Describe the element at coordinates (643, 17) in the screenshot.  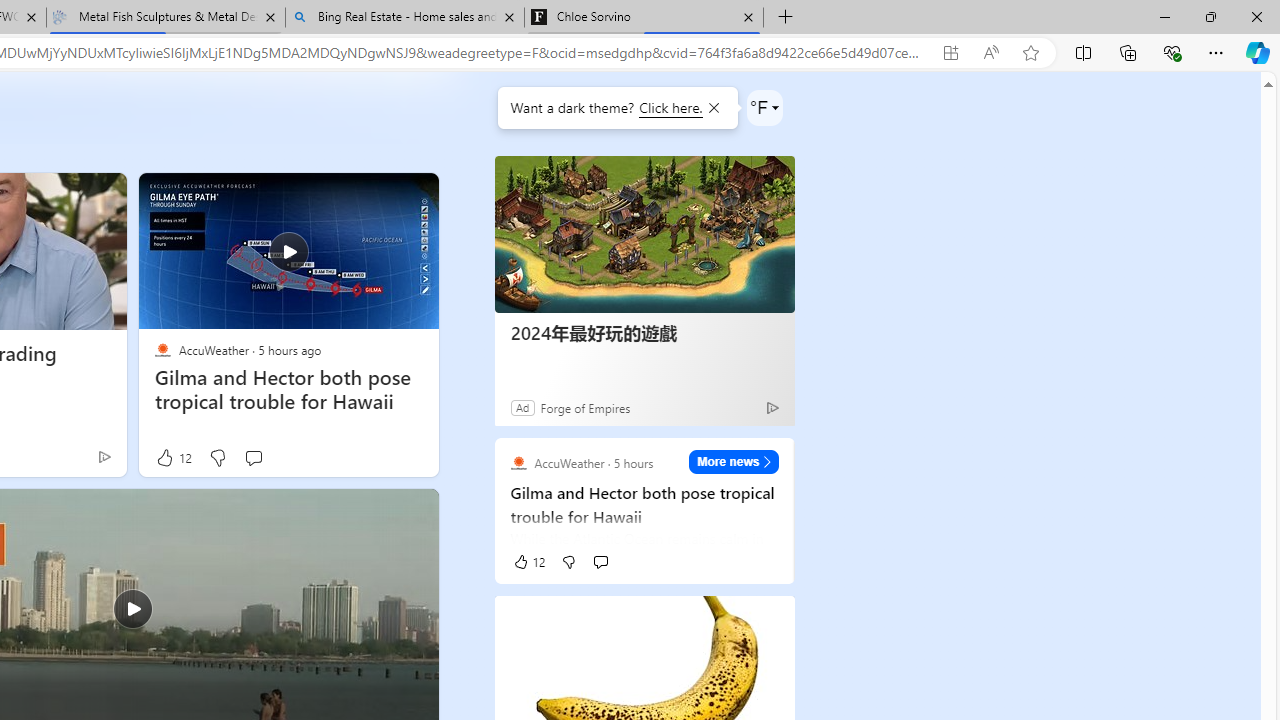
I see `'Chloe Sorvino'` at that location.